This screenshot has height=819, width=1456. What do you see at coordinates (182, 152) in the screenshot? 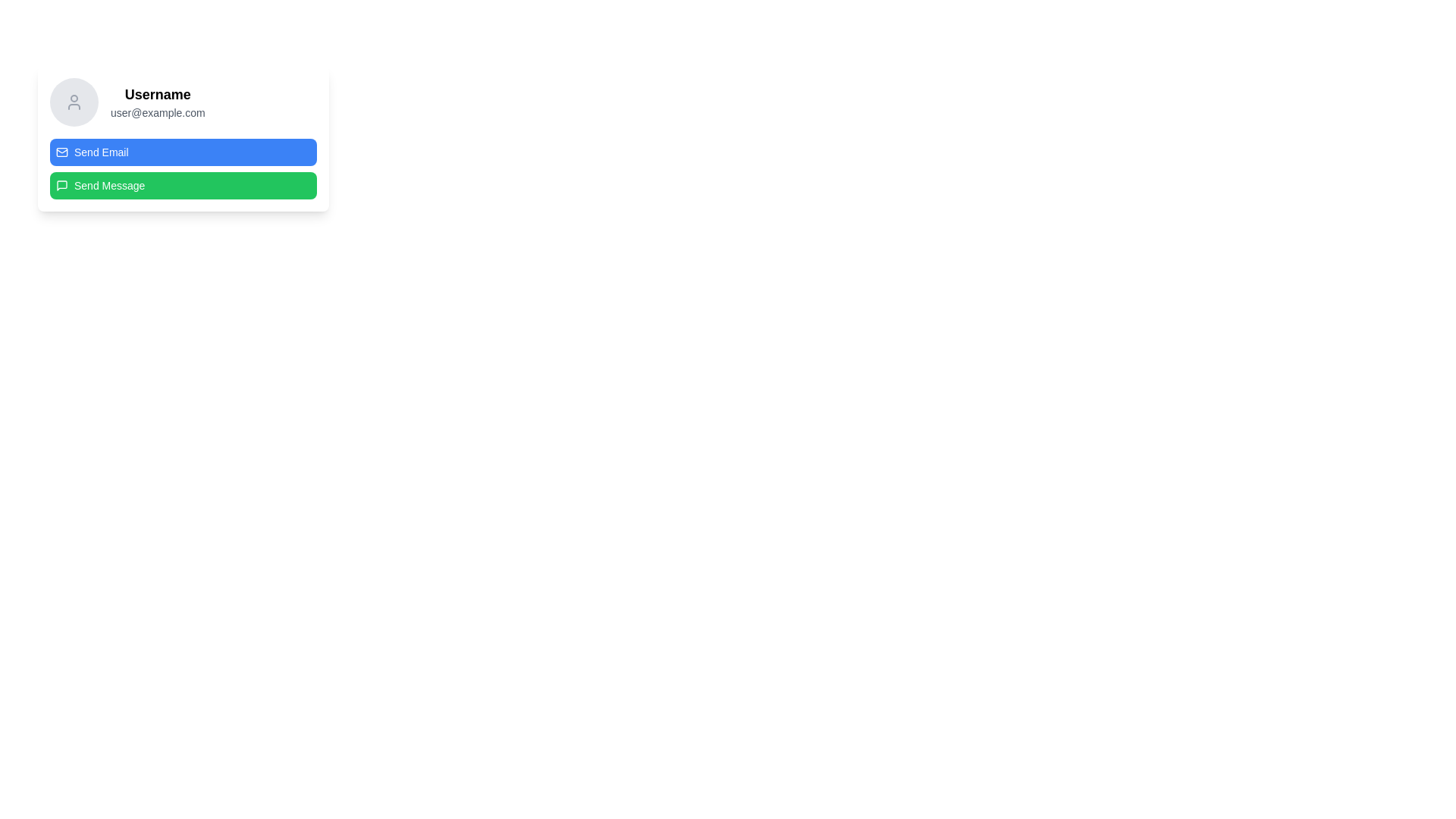
I see `the topmost button below the username and email address display to initiate sending an email` at bounding box center [182, 152].